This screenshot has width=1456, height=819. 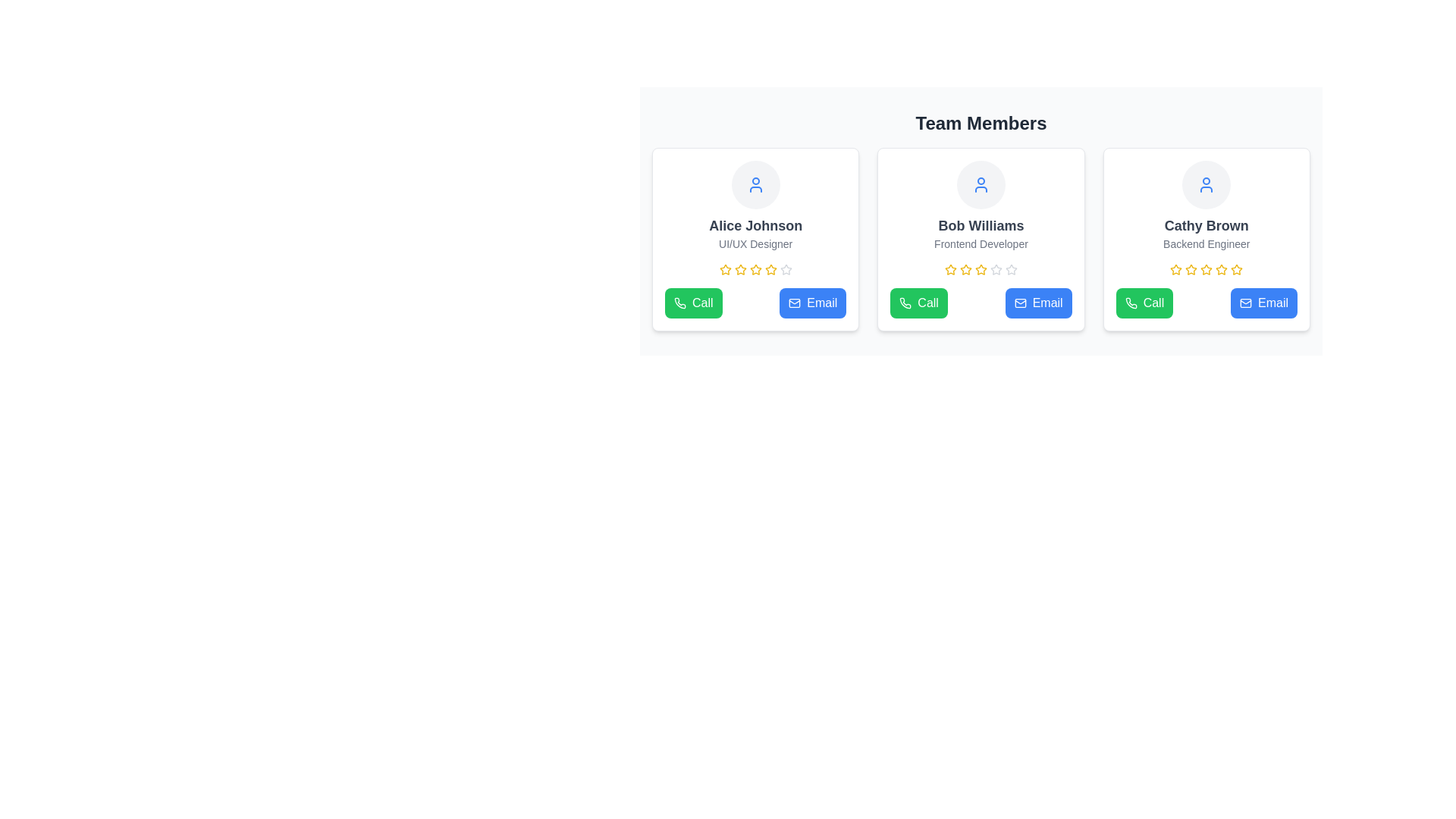 I want to click on the circular icon with a light gray background and a blue person-shaped outline for 'Cathy Brown' located in the top section of her card in the 'Team Members' row, so click(x=1206, y=184).